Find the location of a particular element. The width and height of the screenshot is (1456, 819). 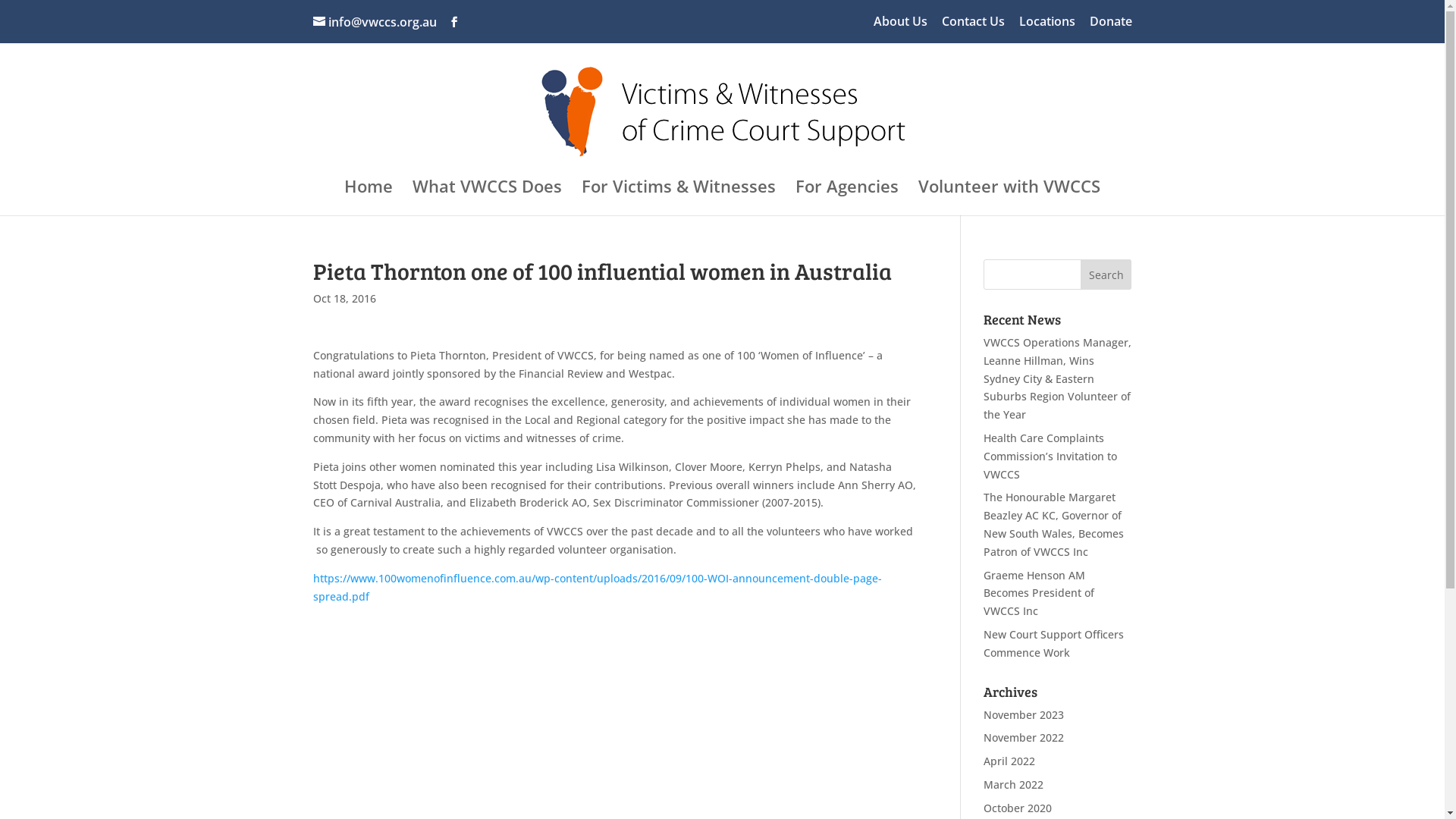

'Donate' is located at coordinates (1110, 26).